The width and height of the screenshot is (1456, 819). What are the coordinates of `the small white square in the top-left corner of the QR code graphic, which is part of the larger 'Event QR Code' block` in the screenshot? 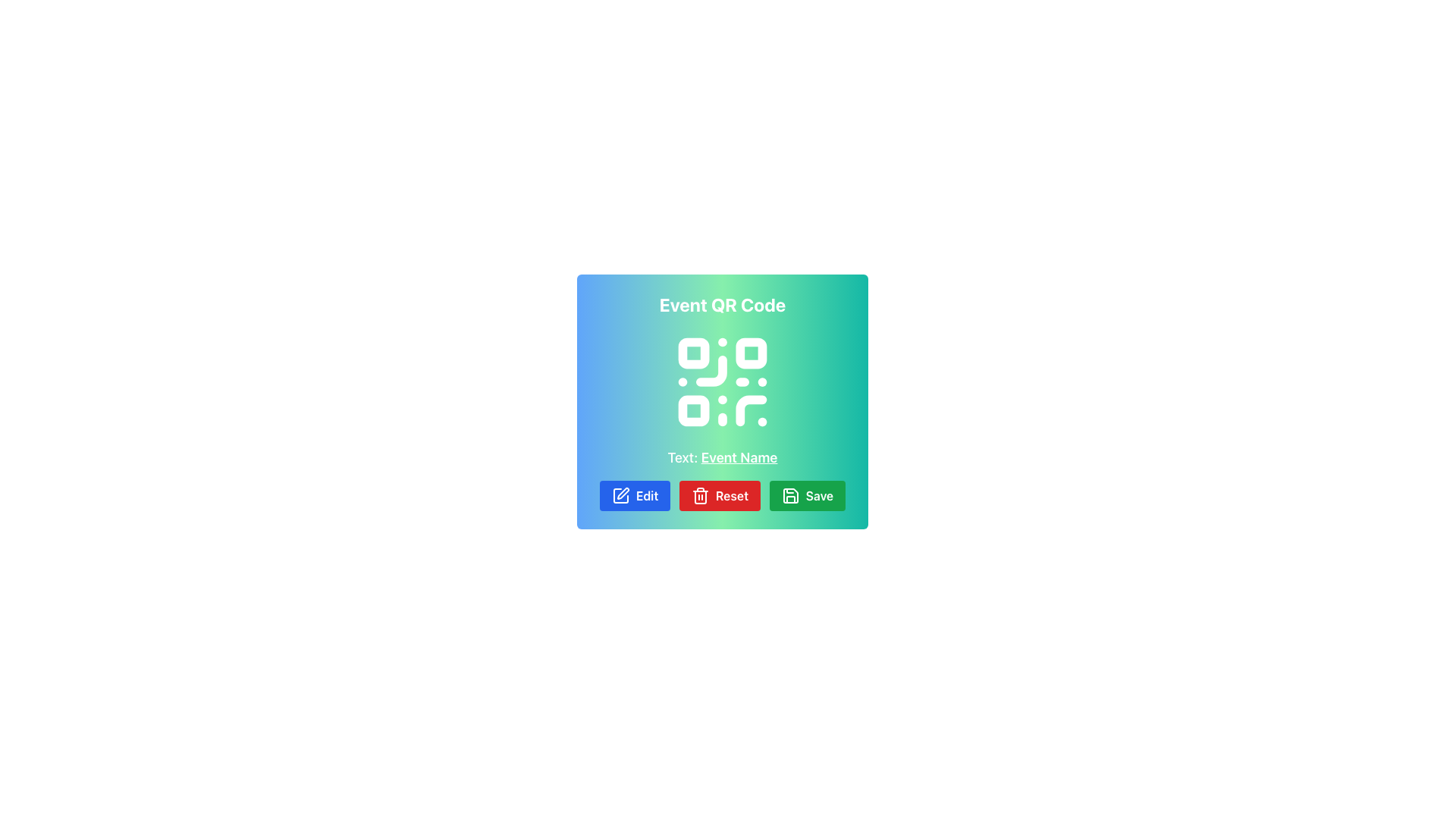 It's located at (693, 353).